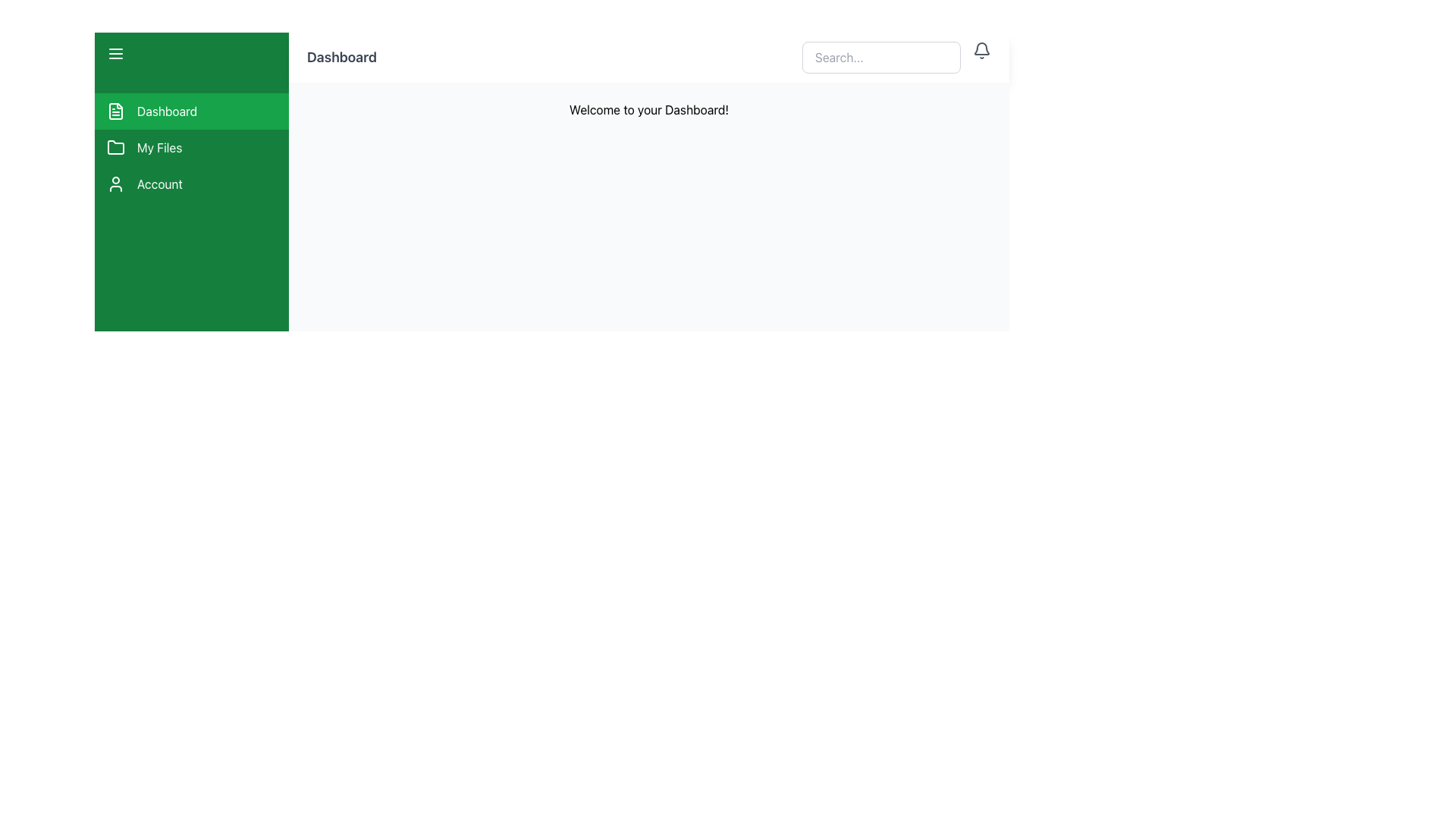 Image resolution: width=1456 pixels, height=819 pixels. Describe the element at coordinates (115, 184) in the screenshot. I see `the user account icon in the vertical navigation menu, located next to the text 'Account'` at that location.